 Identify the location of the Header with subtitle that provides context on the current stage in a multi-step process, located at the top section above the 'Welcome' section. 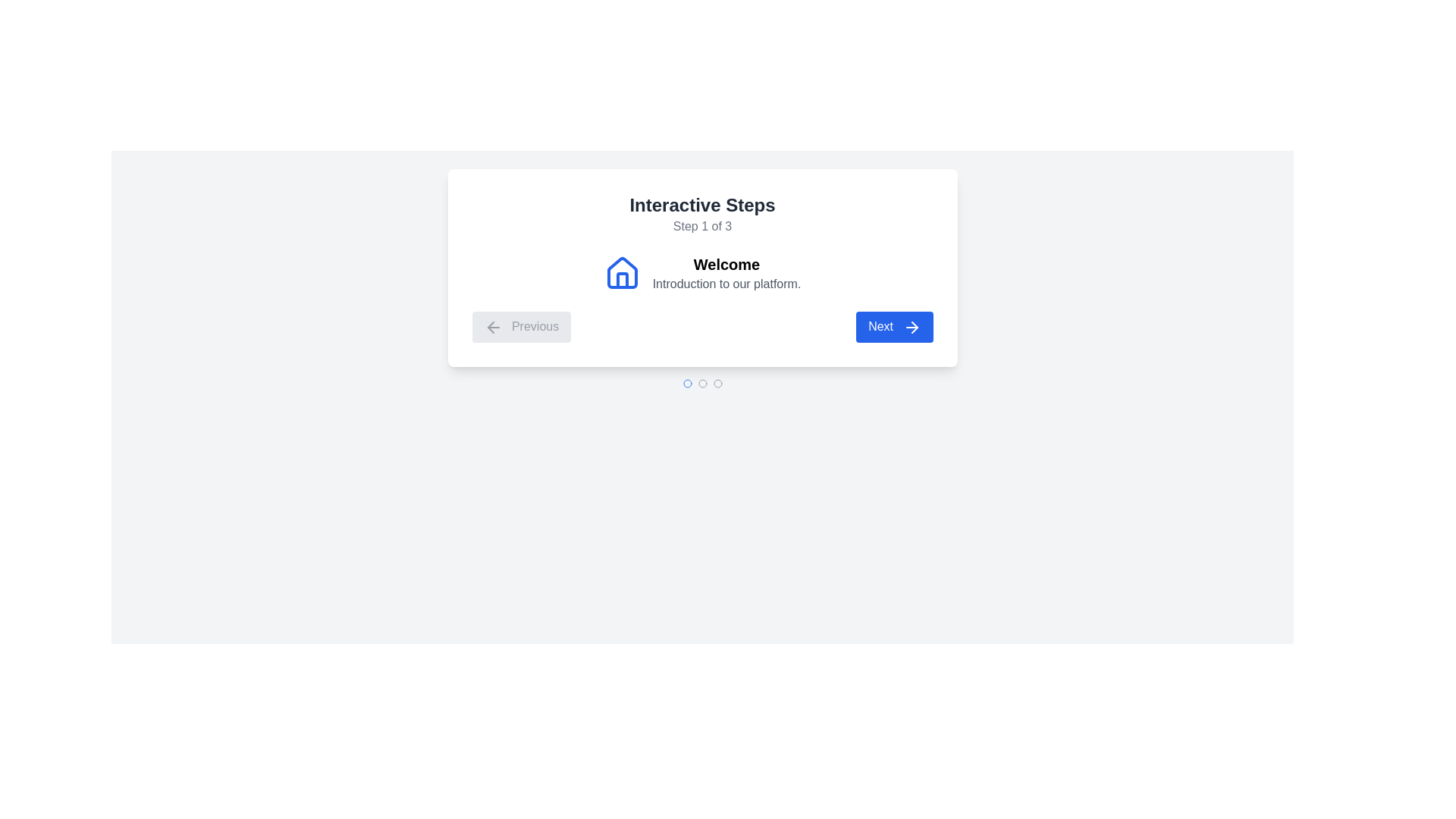
(701, 214).